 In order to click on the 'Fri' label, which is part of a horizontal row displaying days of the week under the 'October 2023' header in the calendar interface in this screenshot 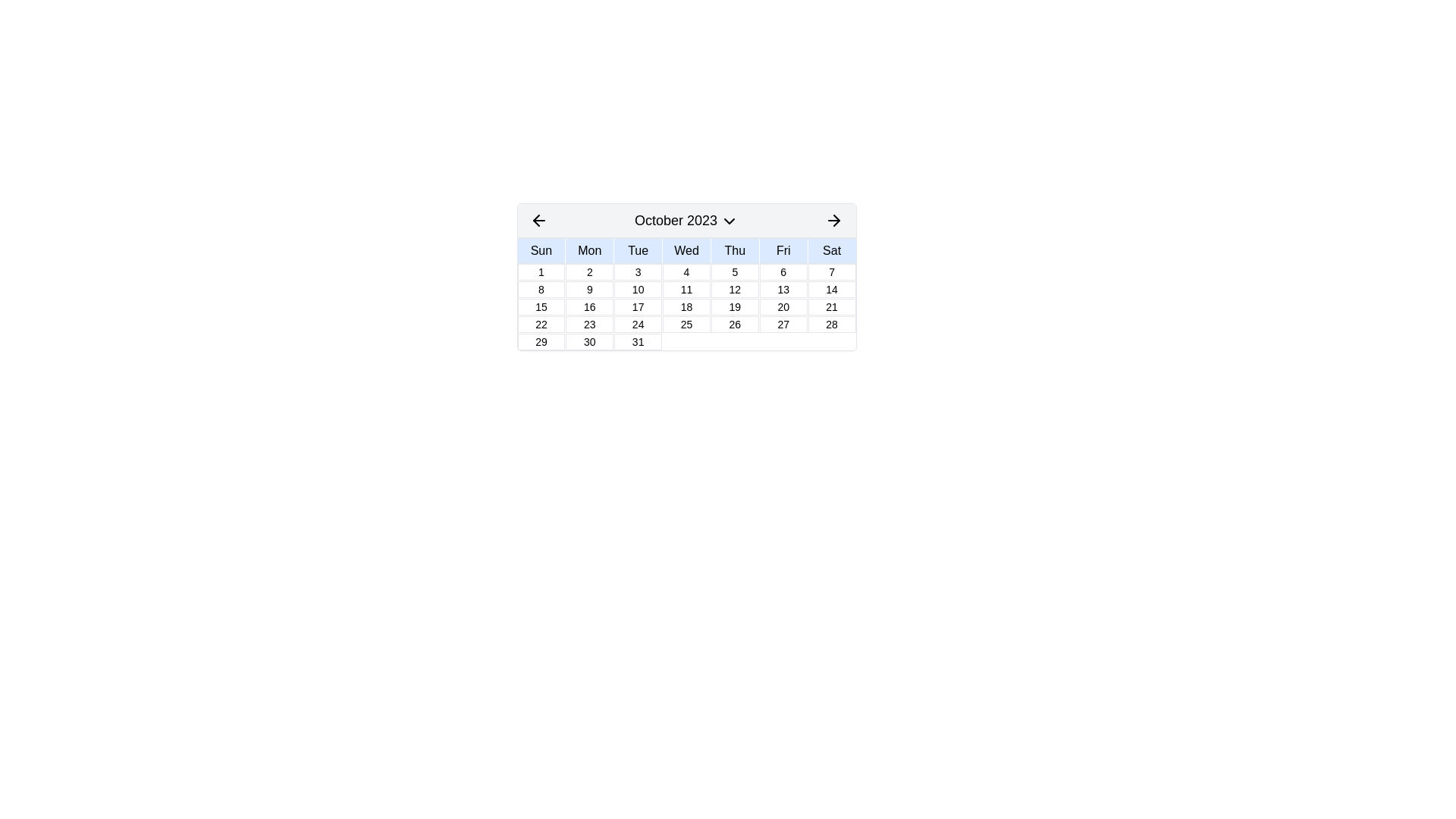, I will do `click(783, 250)`.